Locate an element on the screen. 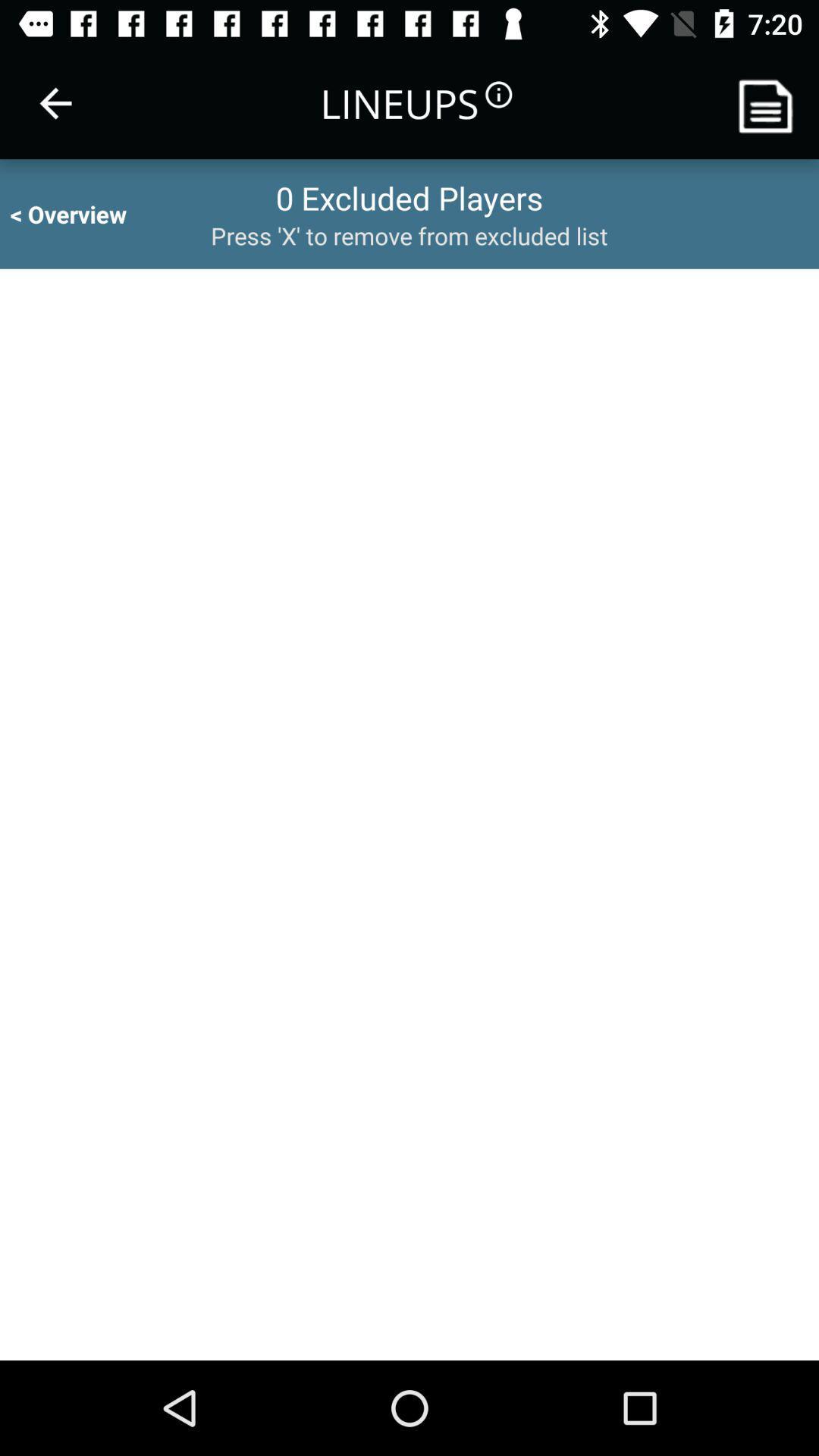 The height and width of the screenshot is (1456, 819). the < overview icon is located at coordinates (82, 213).